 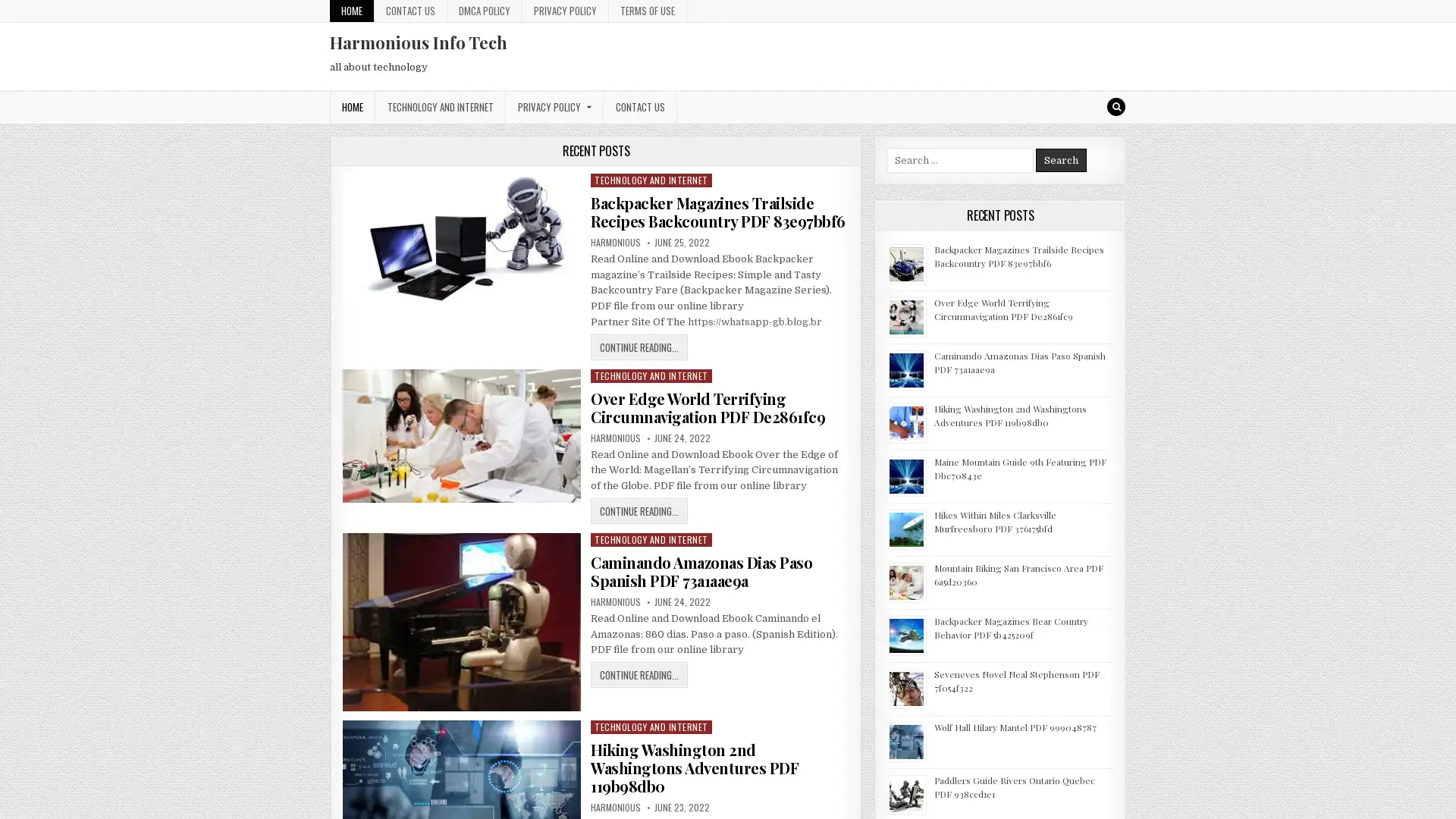 What do you see at coordinates (1060, 160) in the screenshot?
I see `Search` at bounding box center [1060, 160].